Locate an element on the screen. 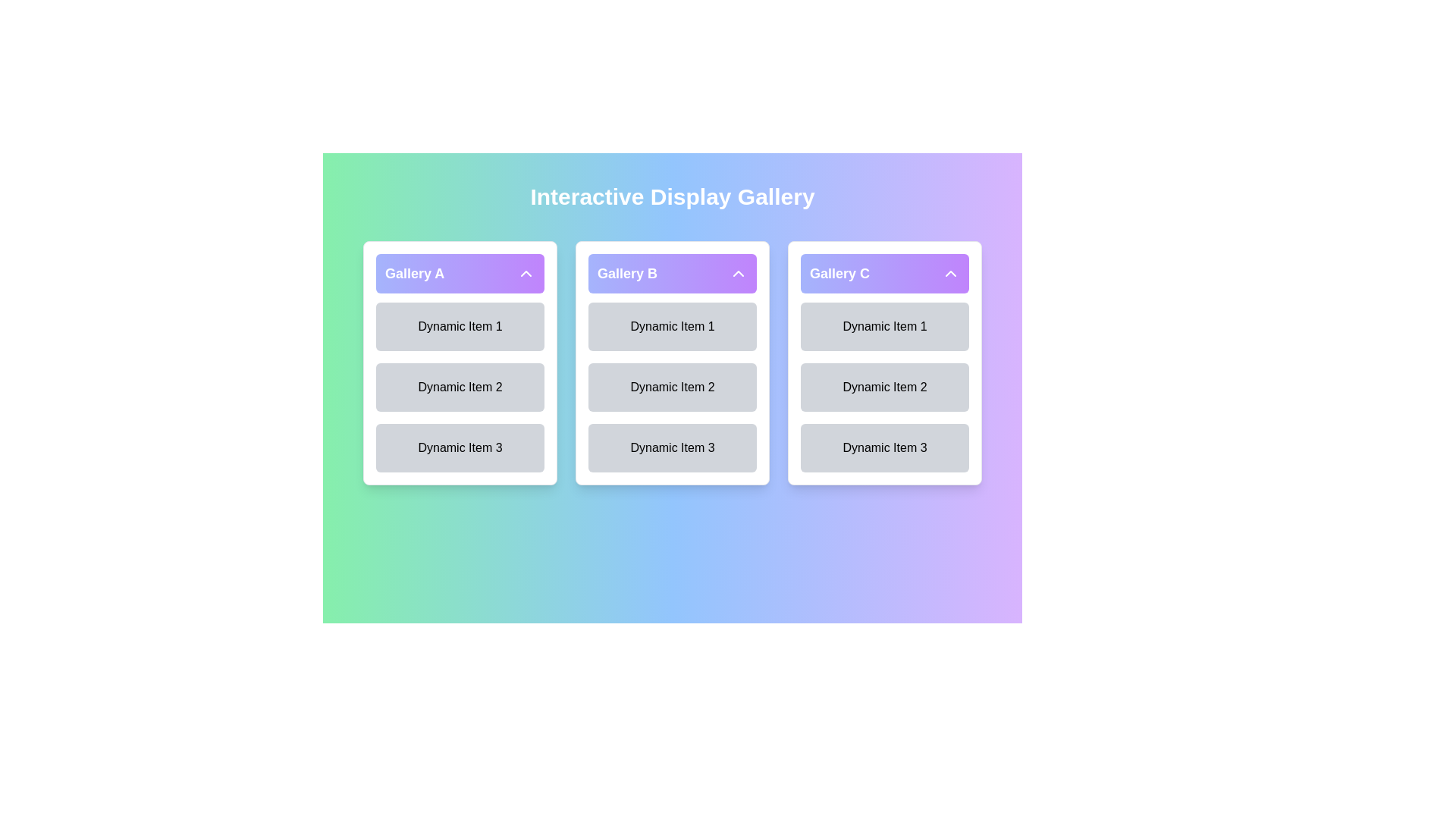 This screenshot has height=819, width=1456. the gray rectangular box with rounded corners and centered text reading 'Dynamic Item 2' located in the 'Gallery C' section is located at coordinates (884, 362).